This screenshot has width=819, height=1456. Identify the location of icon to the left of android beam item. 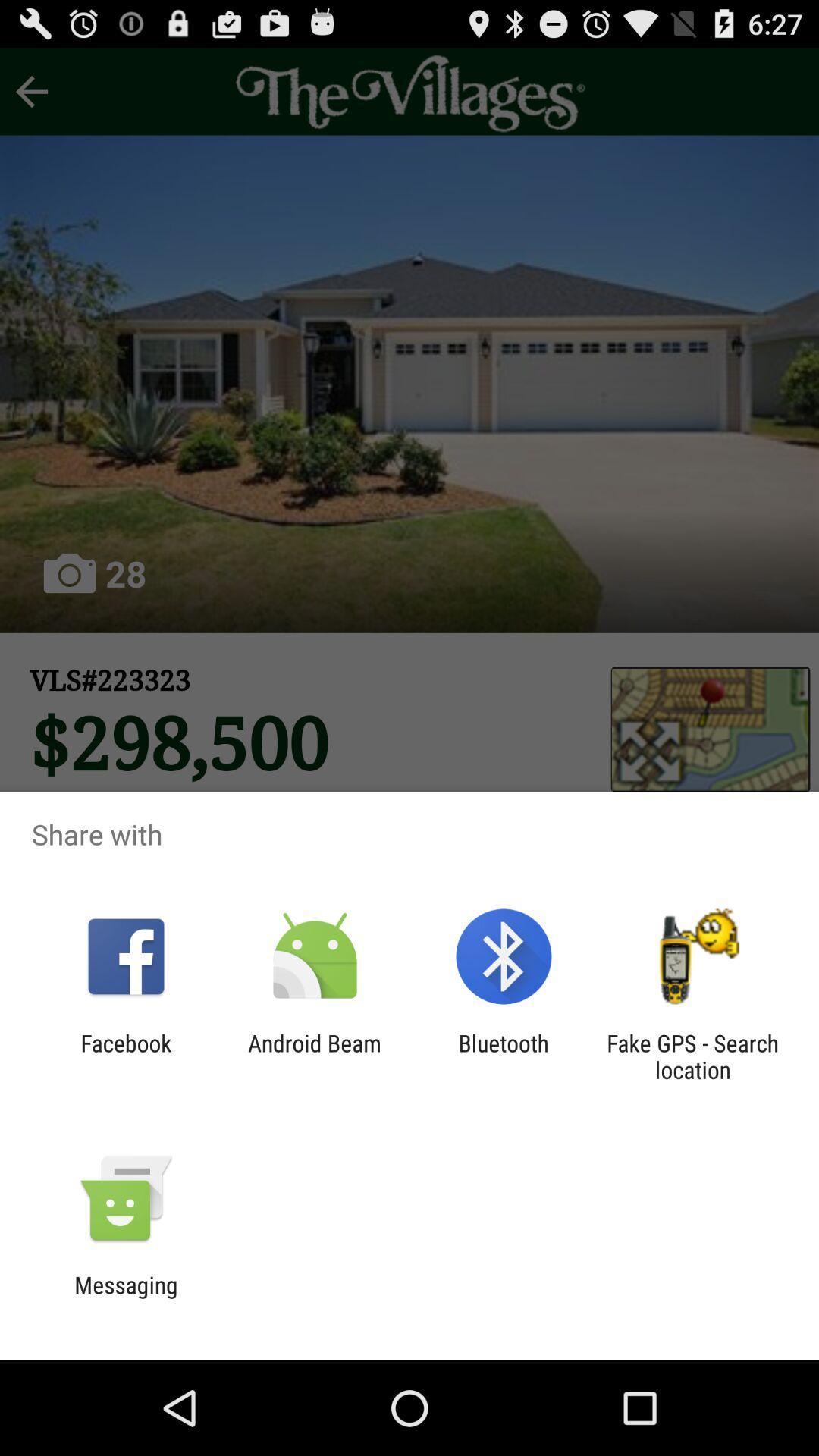
(125, 1056).